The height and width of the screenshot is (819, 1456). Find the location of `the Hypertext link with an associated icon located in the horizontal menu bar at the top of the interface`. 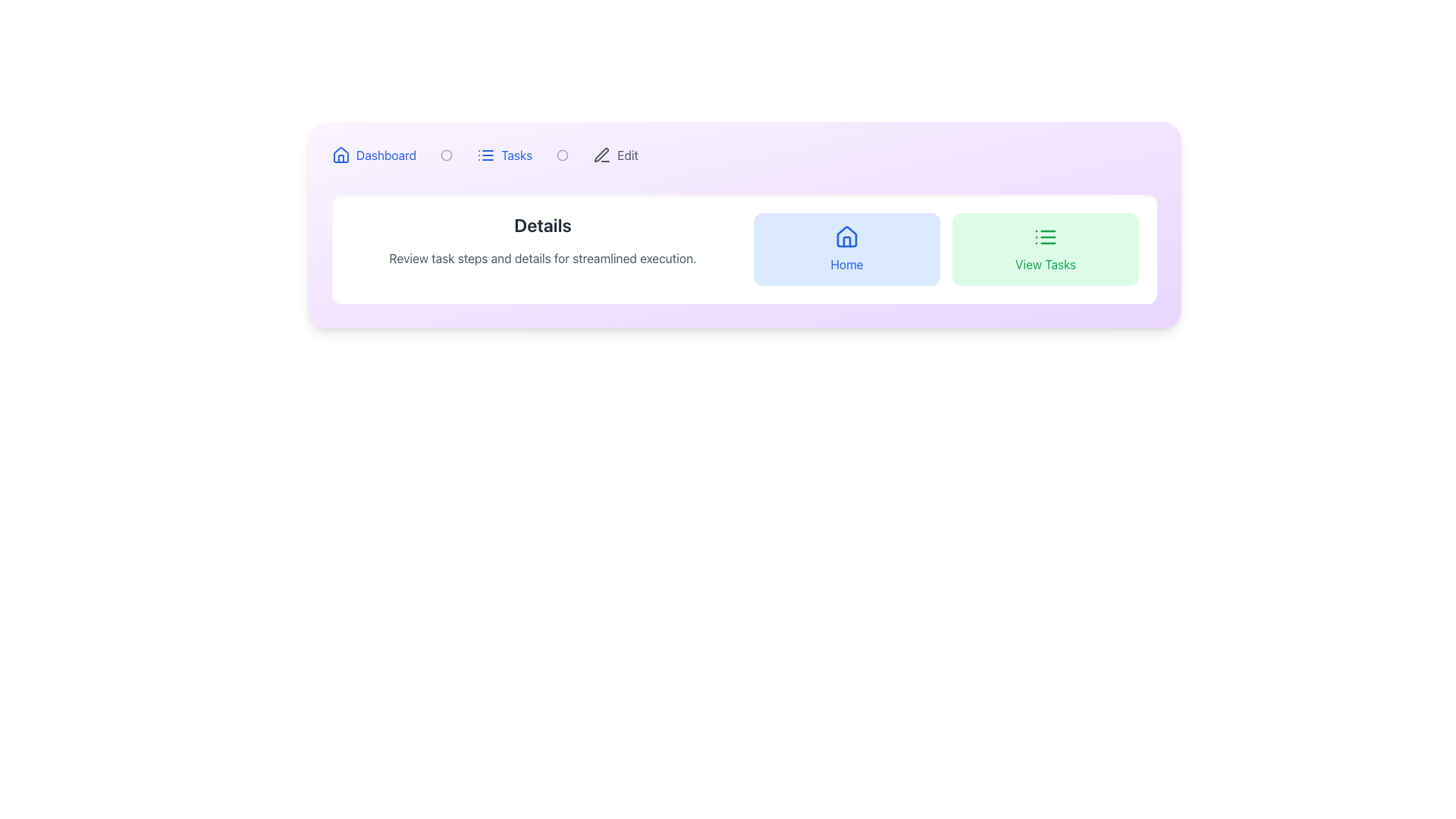

the Hypertext link with an associated icon located in the horizontal menu bar at the top of the interface is located at coordinates (374, 155).